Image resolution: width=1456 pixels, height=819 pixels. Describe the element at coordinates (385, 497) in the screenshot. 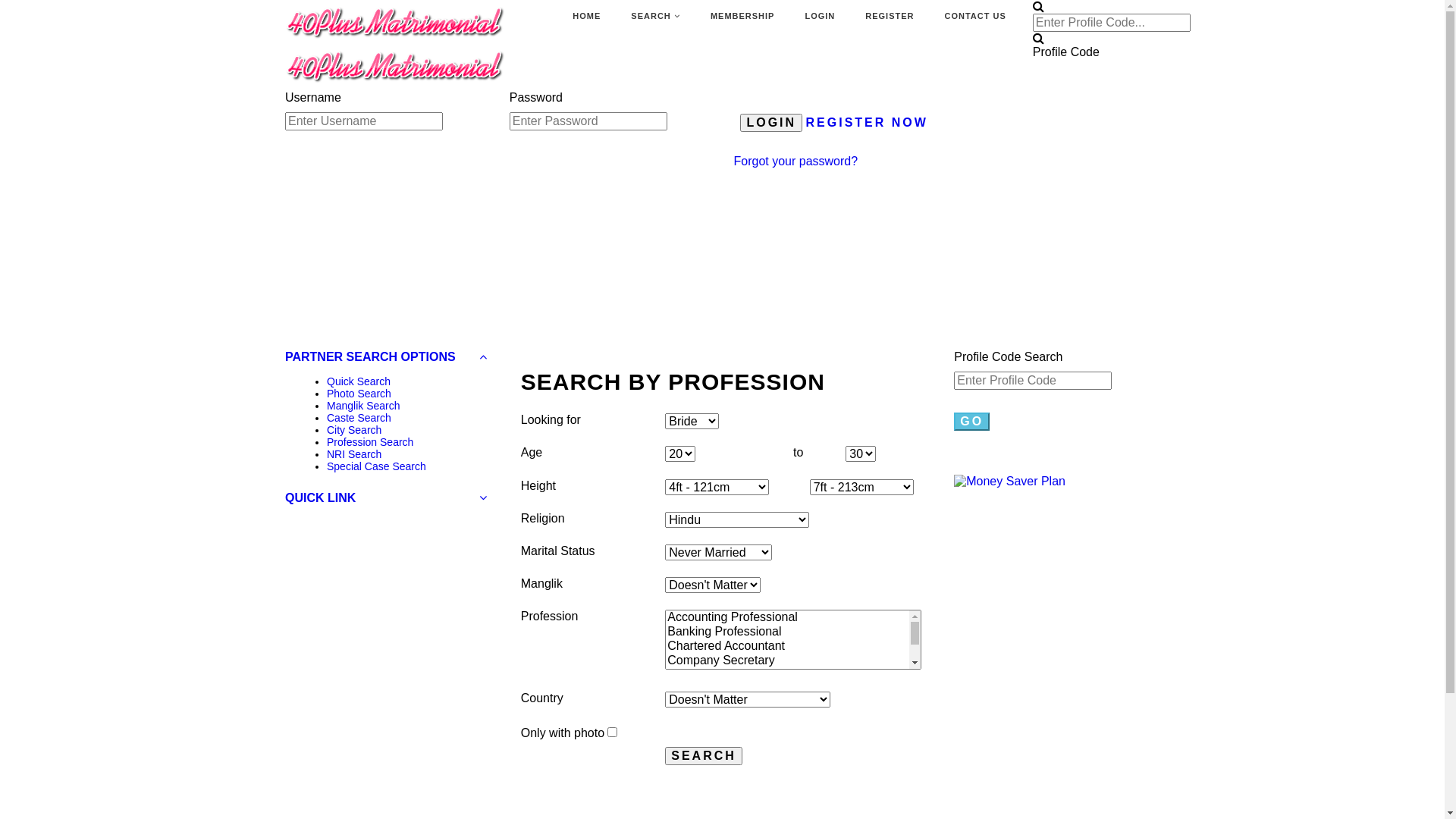

I see `'QUICK LINK'` at that location.